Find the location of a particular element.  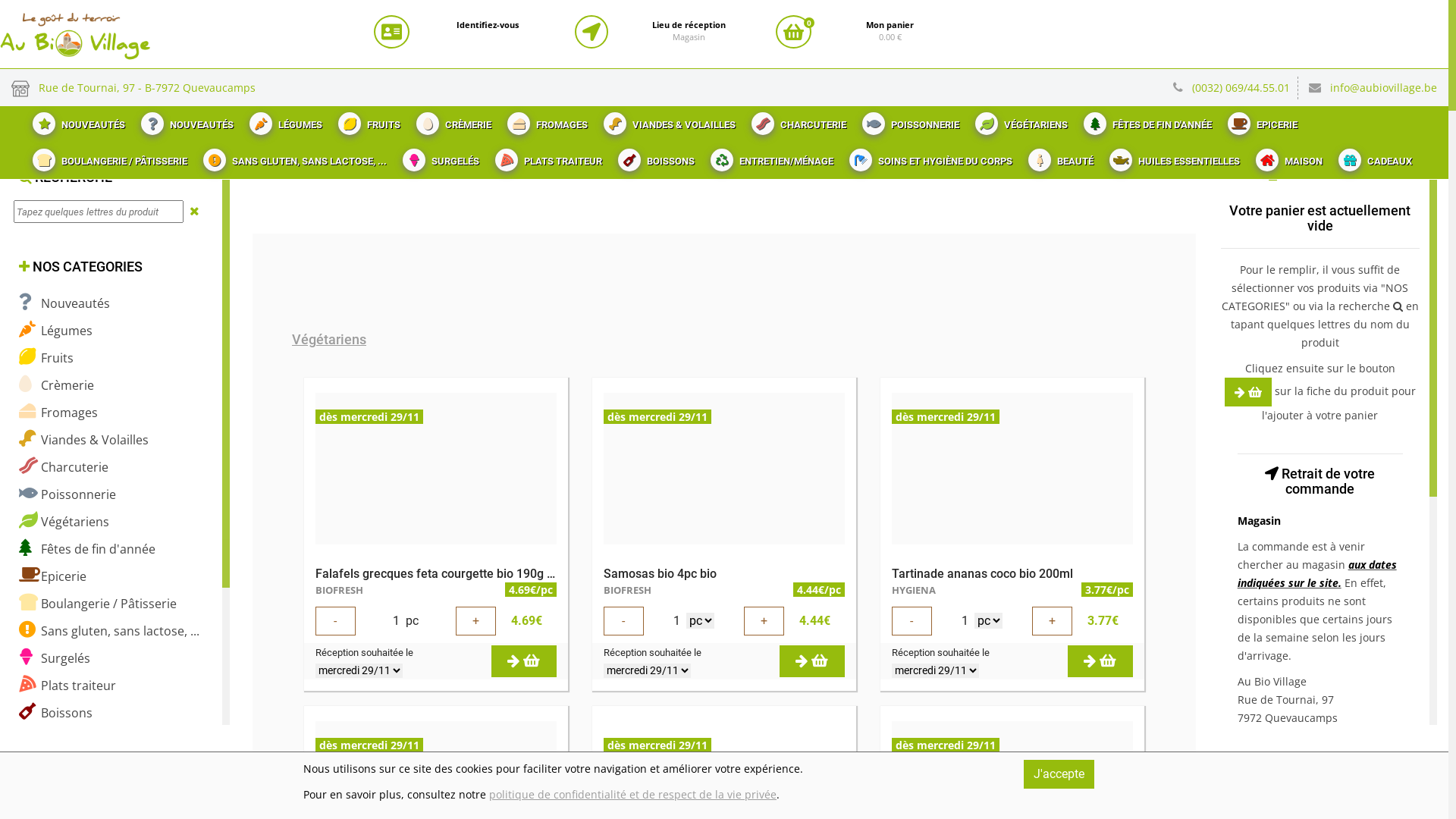

'CADEAUX' is located at coordinates (1328, 157).